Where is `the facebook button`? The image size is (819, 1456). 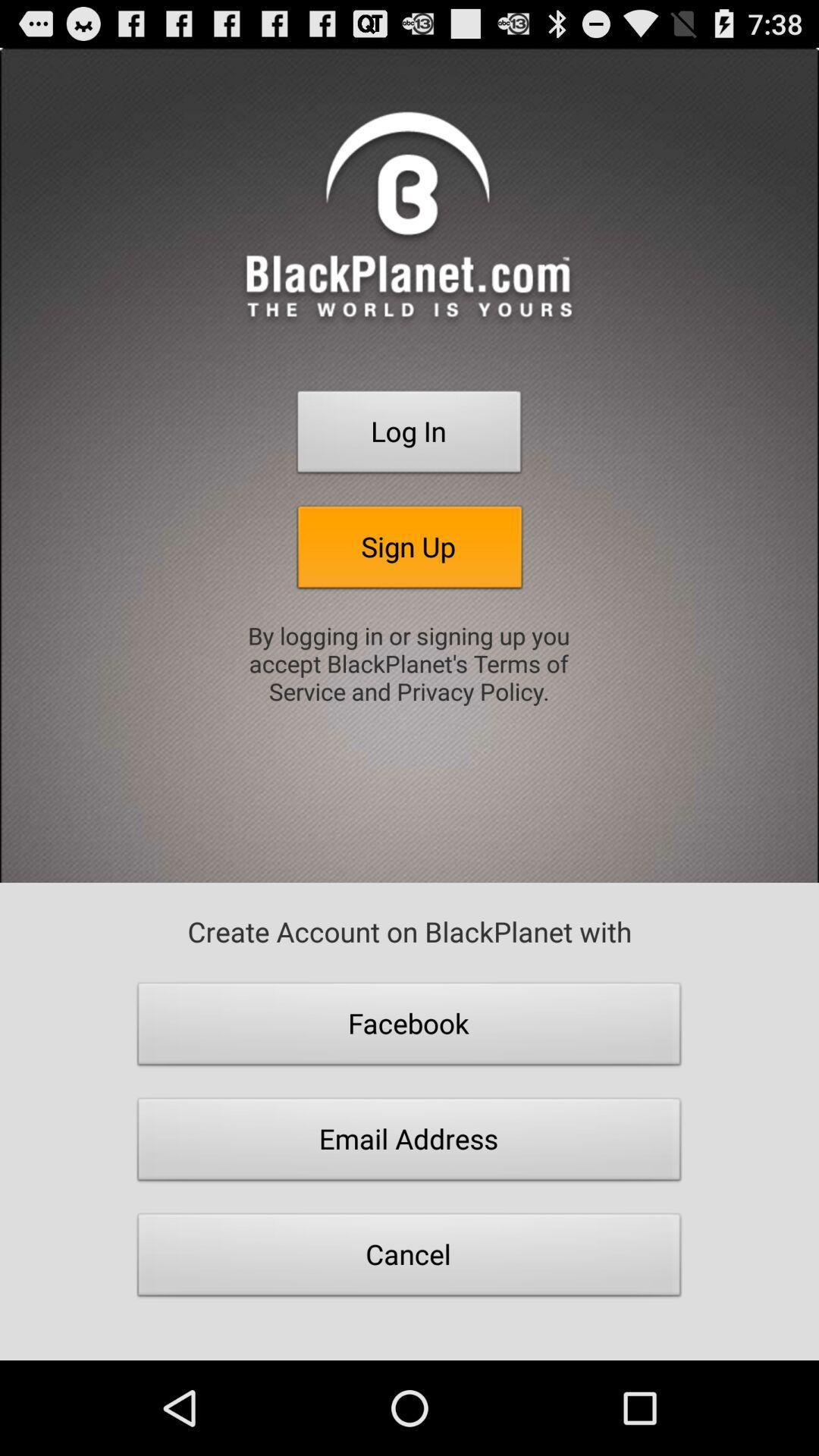
the facebook button is located at coordinates (409, 1028).